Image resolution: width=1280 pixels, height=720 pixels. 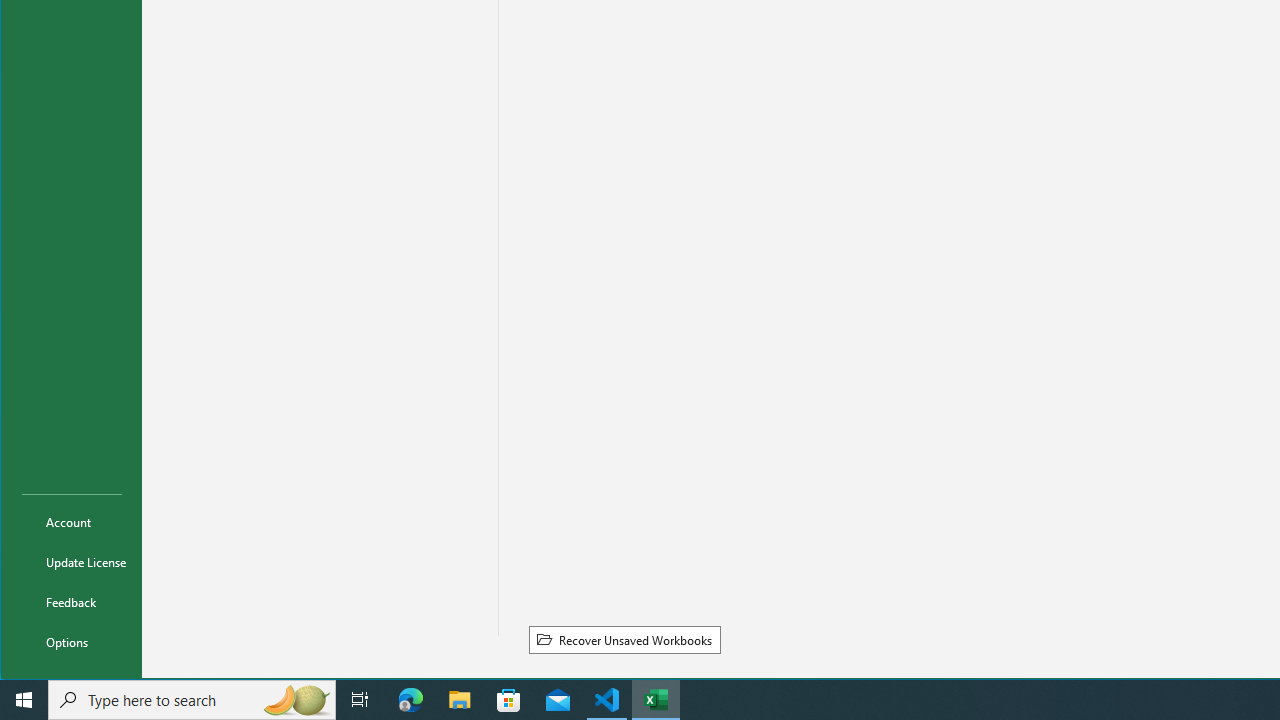 I want to click on 'Recover Unsaved Workbooks', so click(x=623, y=639).